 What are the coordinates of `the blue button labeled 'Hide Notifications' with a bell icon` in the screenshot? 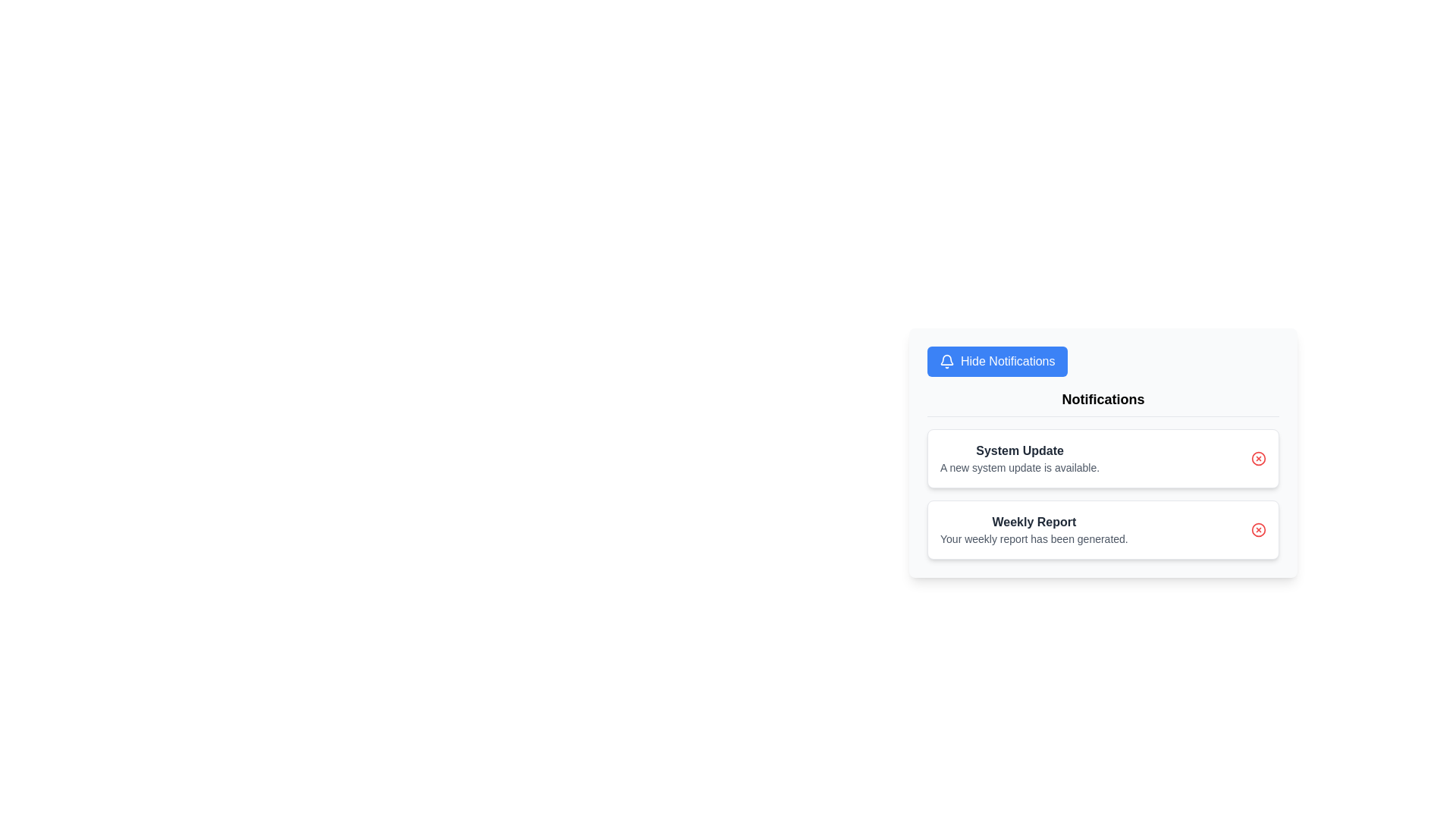 It's located at (997, 362).